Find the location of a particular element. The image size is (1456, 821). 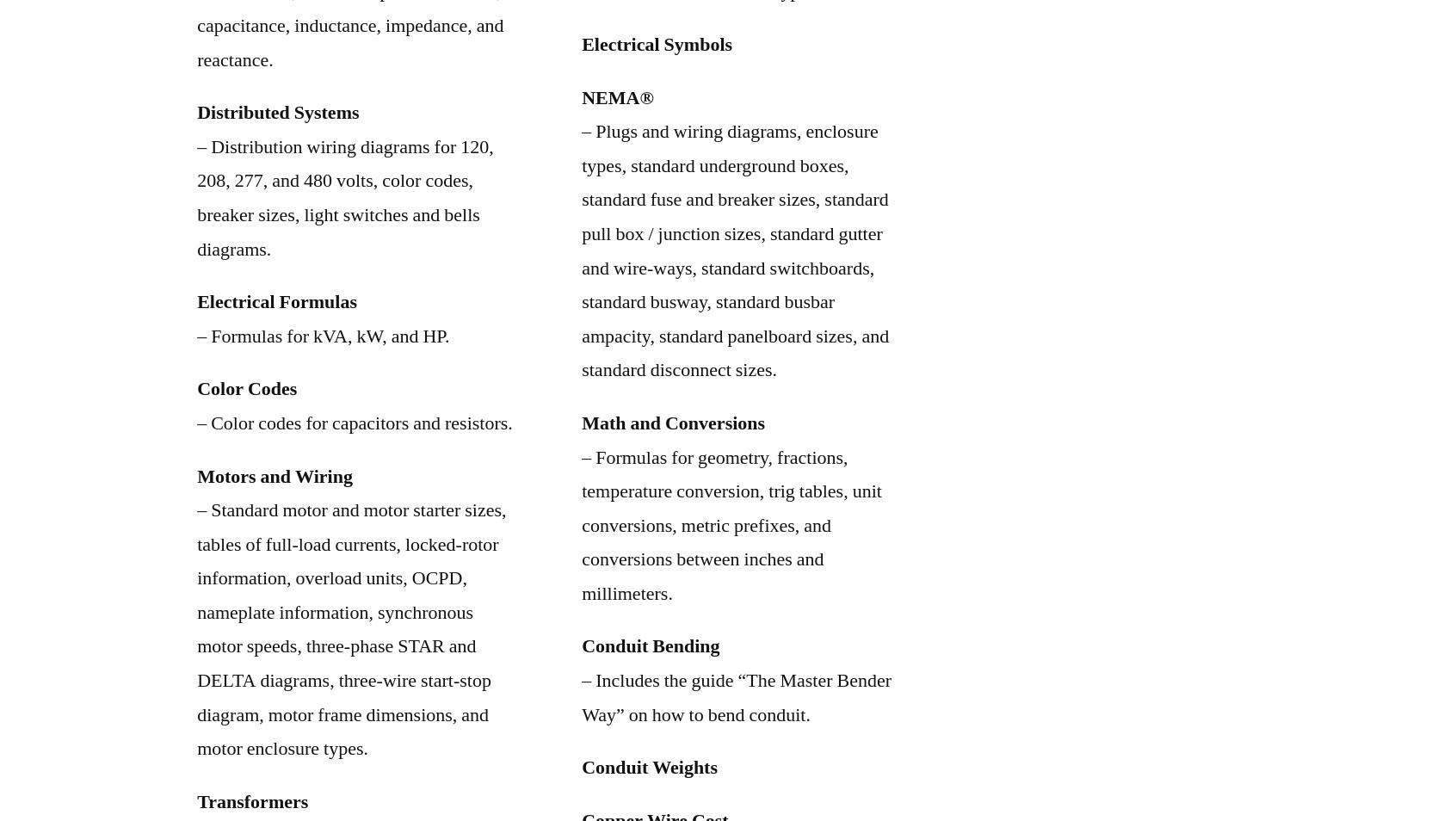

'– Distribution wiring diagrams for 120, 208, 277, and 480 volts, color codes, breaker sizes, light switches and bells diagrams.' is located at coordinates (345, 196).